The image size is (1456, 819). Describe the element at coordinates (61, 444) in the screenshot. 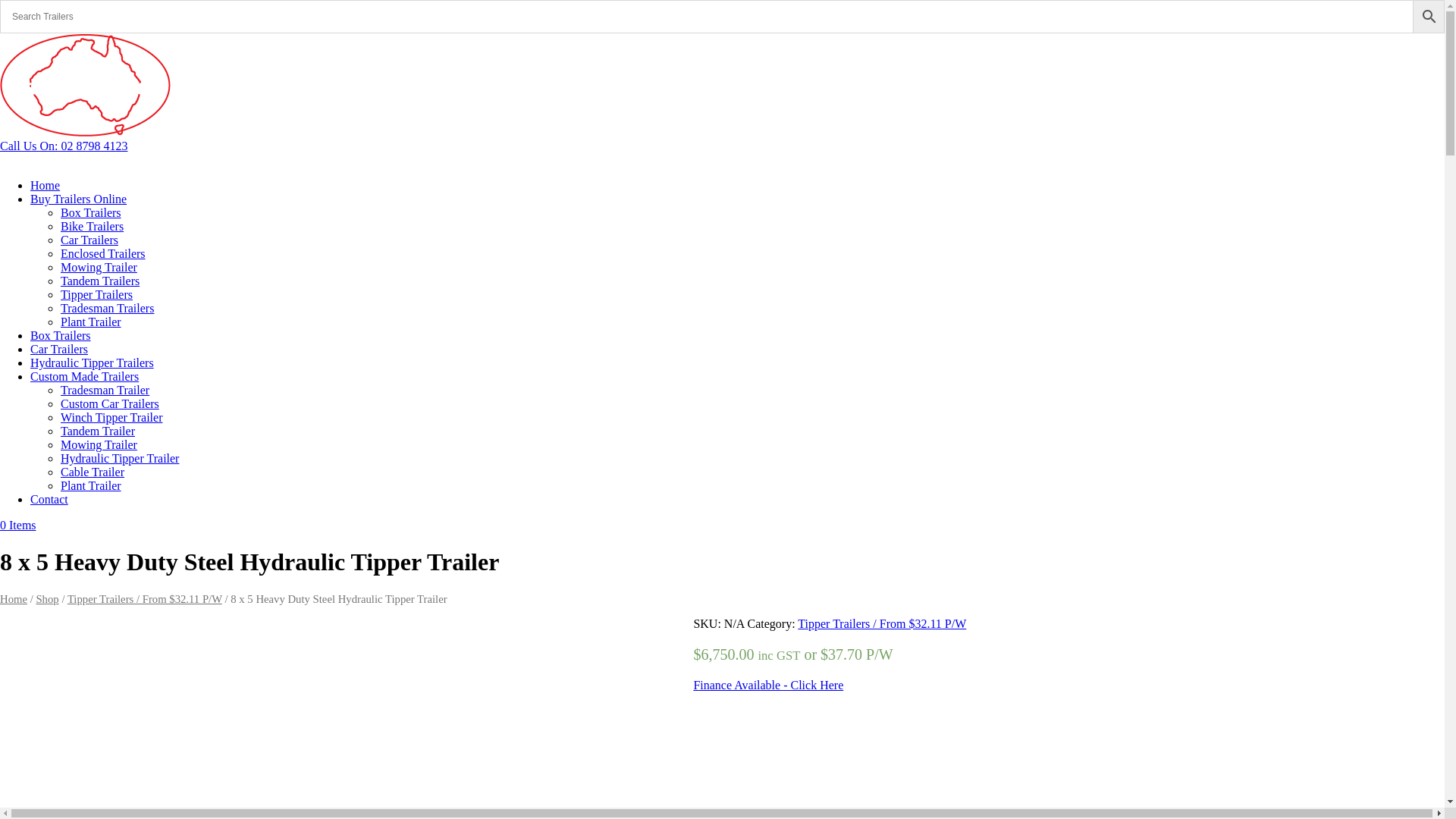

I see `'Mowing Trailer'` at that location.